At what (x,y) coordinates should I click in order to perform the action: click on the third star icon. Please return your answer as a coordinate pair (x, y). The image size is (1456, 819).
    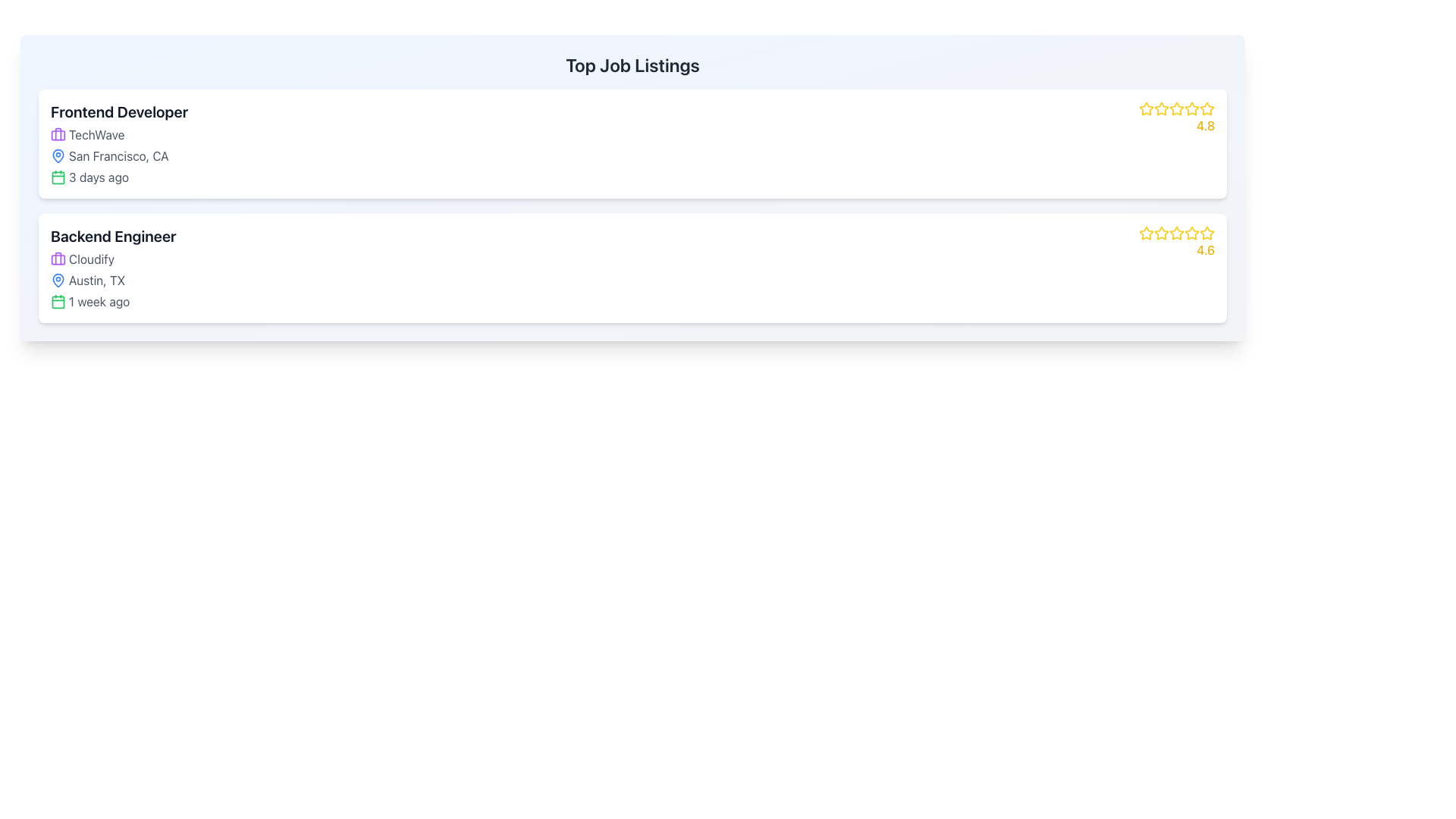
    Looking at the image, I should click on (1175, 233).